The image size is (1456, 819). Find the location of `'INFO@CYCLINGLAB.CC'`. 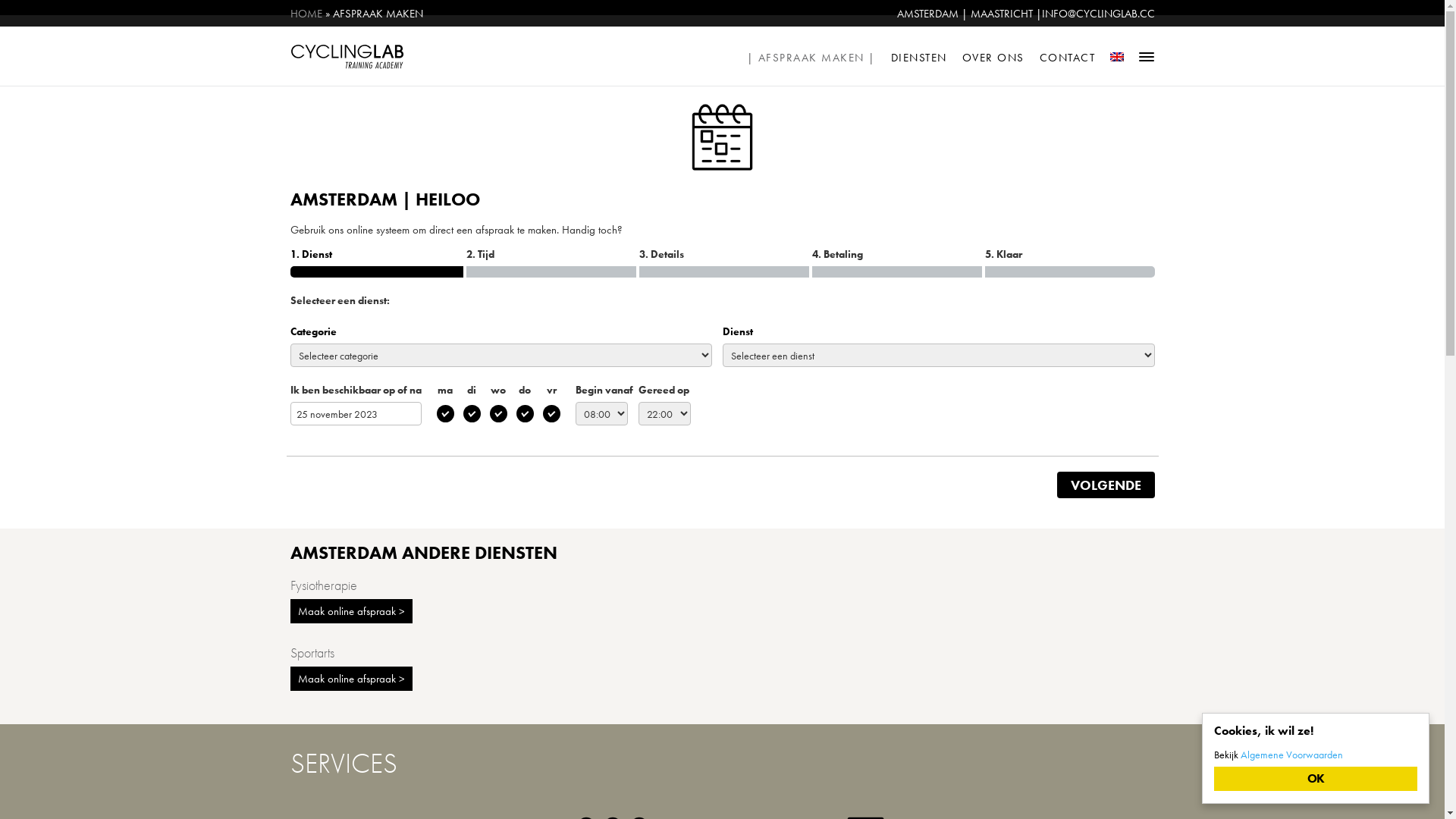

'INFO@CYCLINGLAB.CC' is located at coordinates (1040, 14).